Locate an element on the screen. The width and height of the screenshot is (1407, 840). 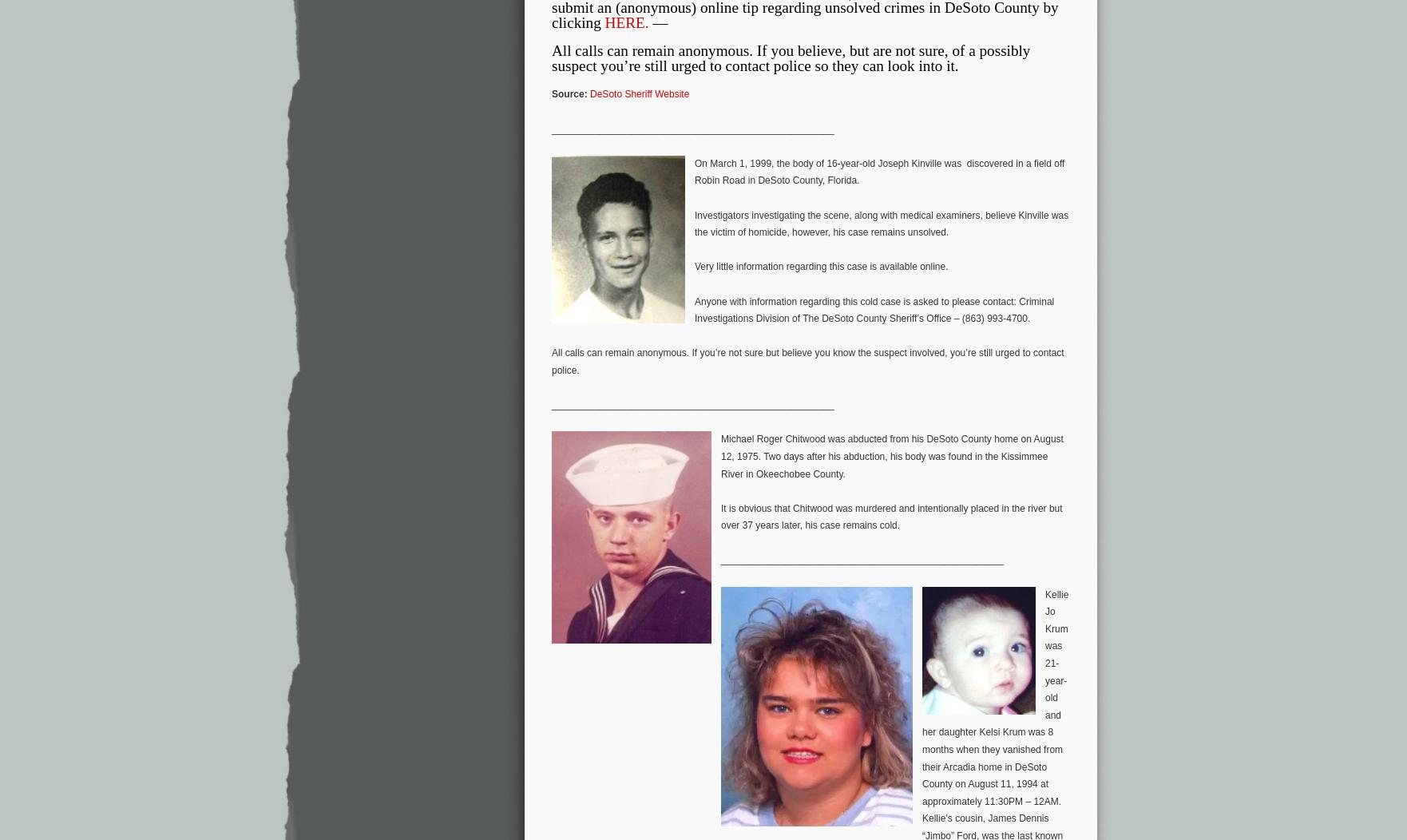
'Anyone with information regarding this cold case is asked to please contact: Criminal Investigations Division of The DeSoto County Sheriff’s Office – (863) 993-4700.' is located at coordinates (874, 309).